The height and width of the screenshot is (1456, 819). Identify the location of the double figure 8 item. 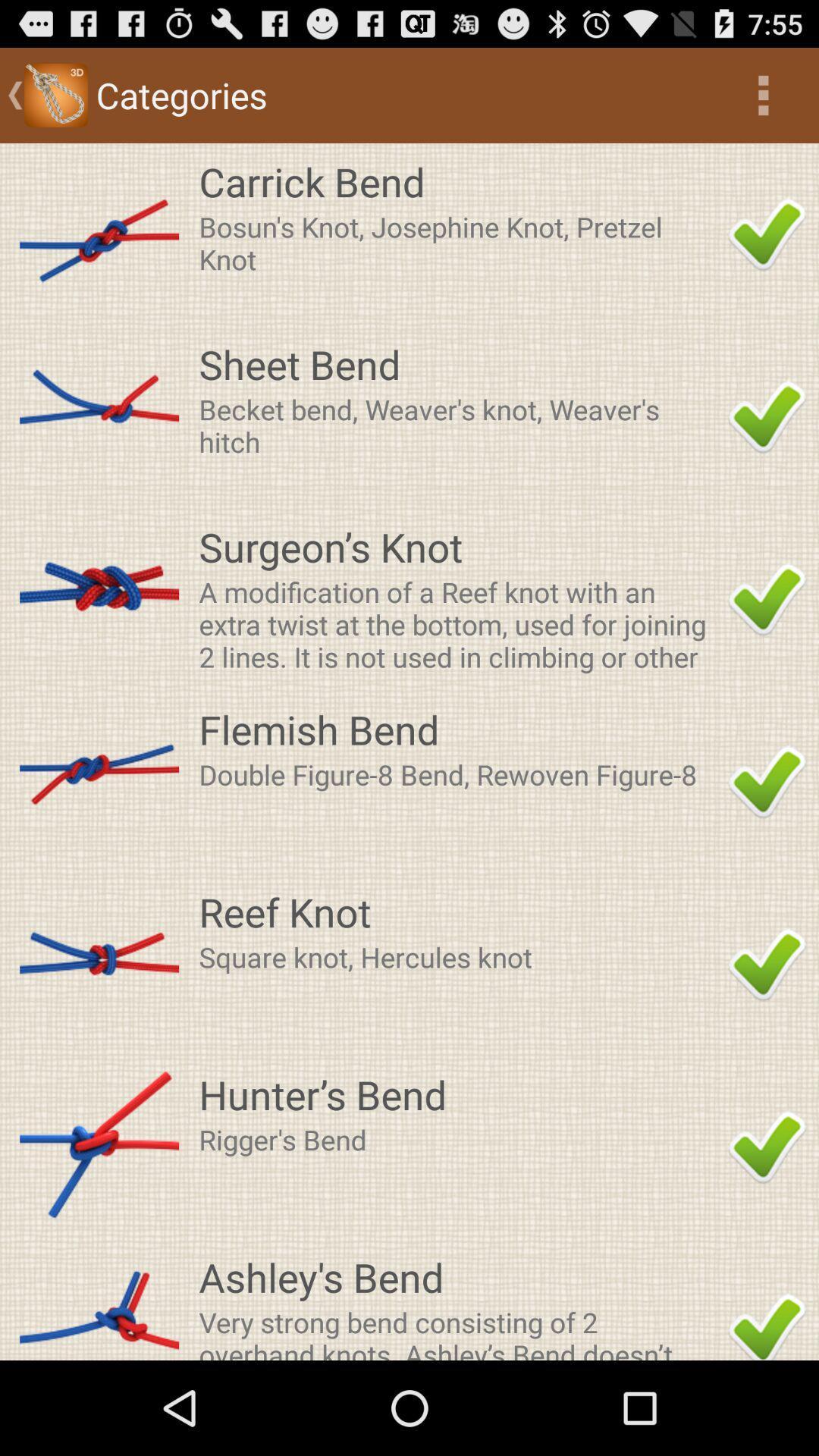
(458, 774).